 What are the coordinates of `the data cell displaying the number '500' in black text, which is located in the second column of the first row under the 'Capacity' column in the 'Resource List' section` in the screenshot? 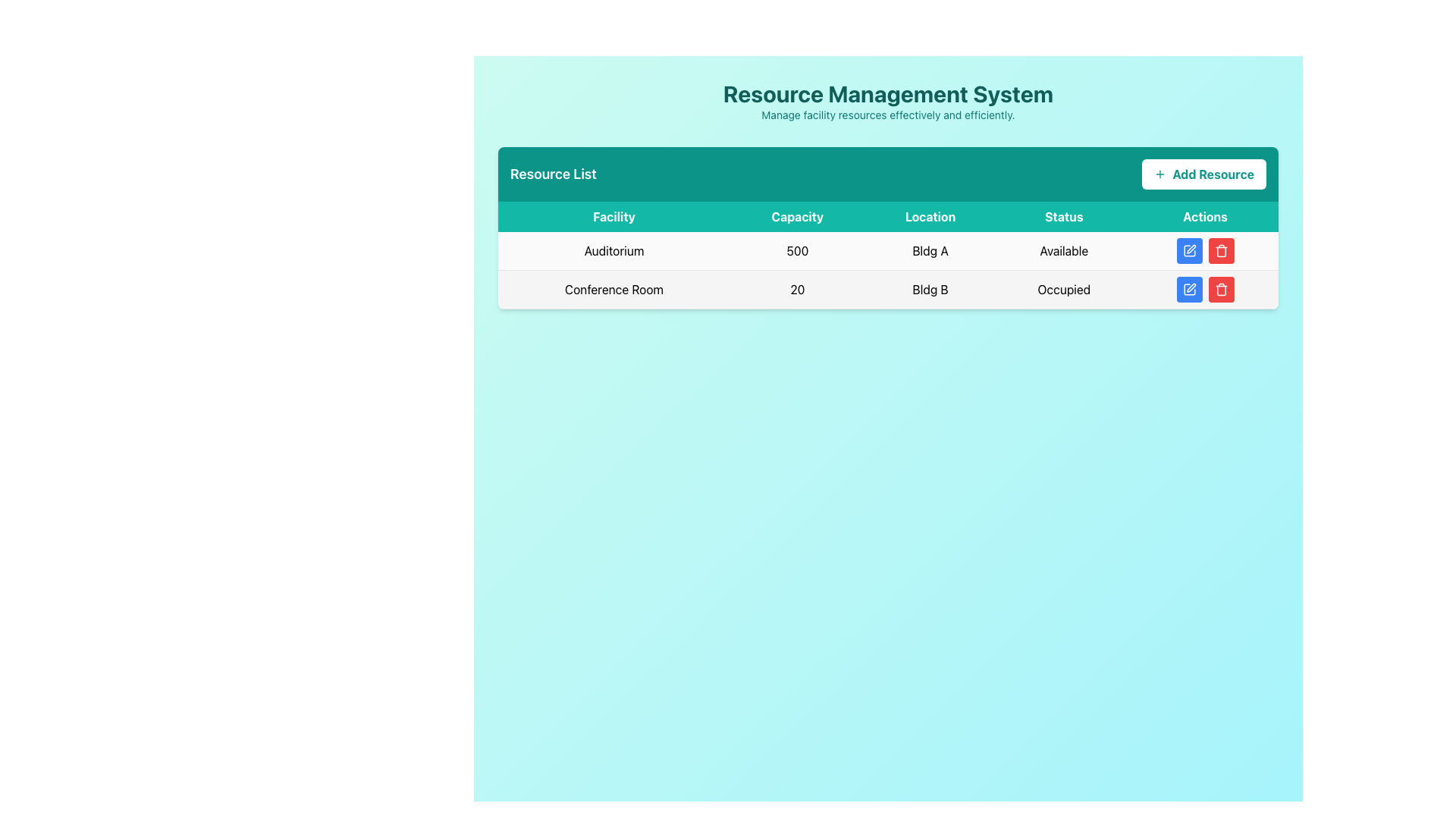 It's located at (796, 250).